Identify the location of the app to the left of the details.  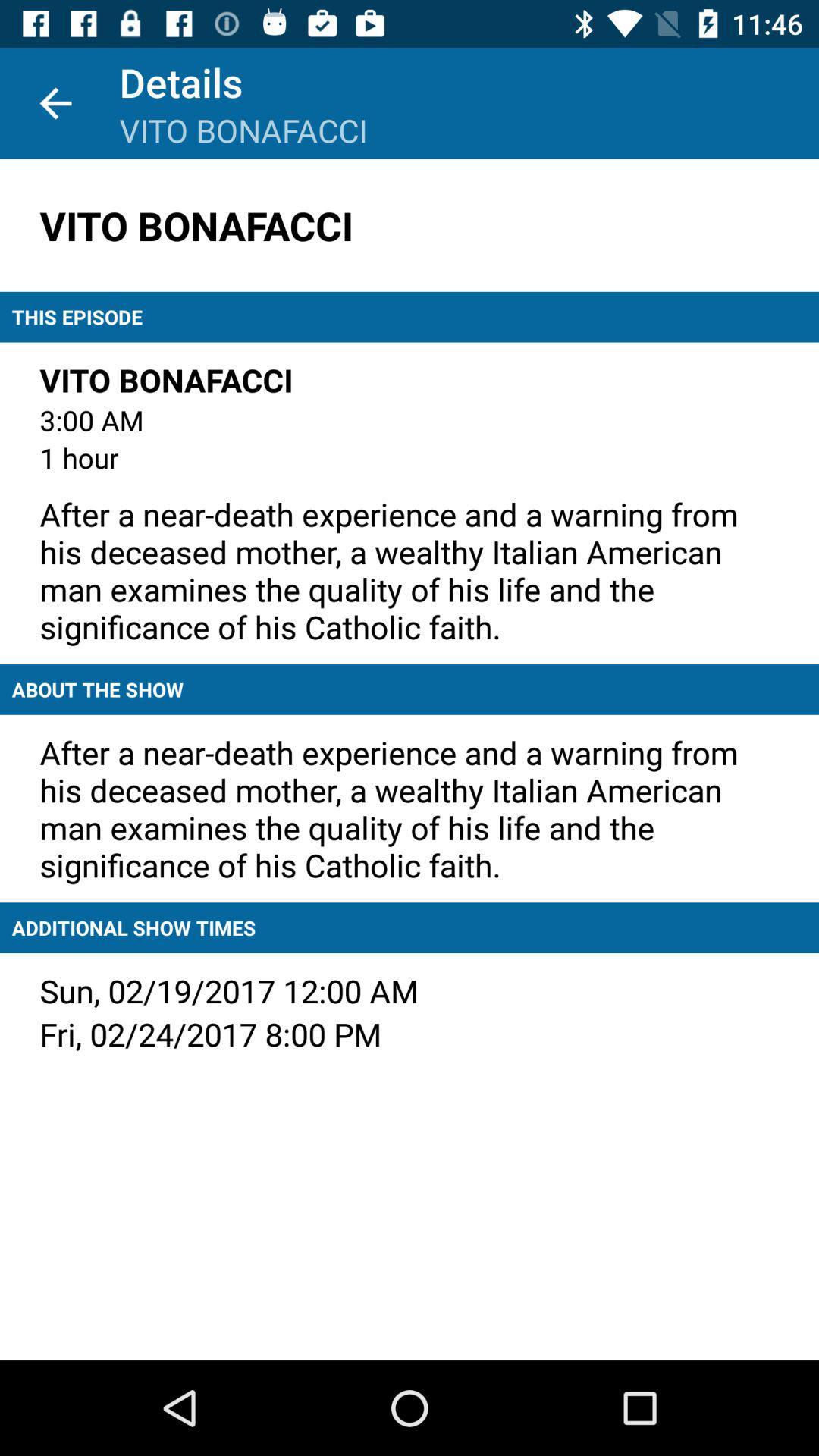
(55, 102).